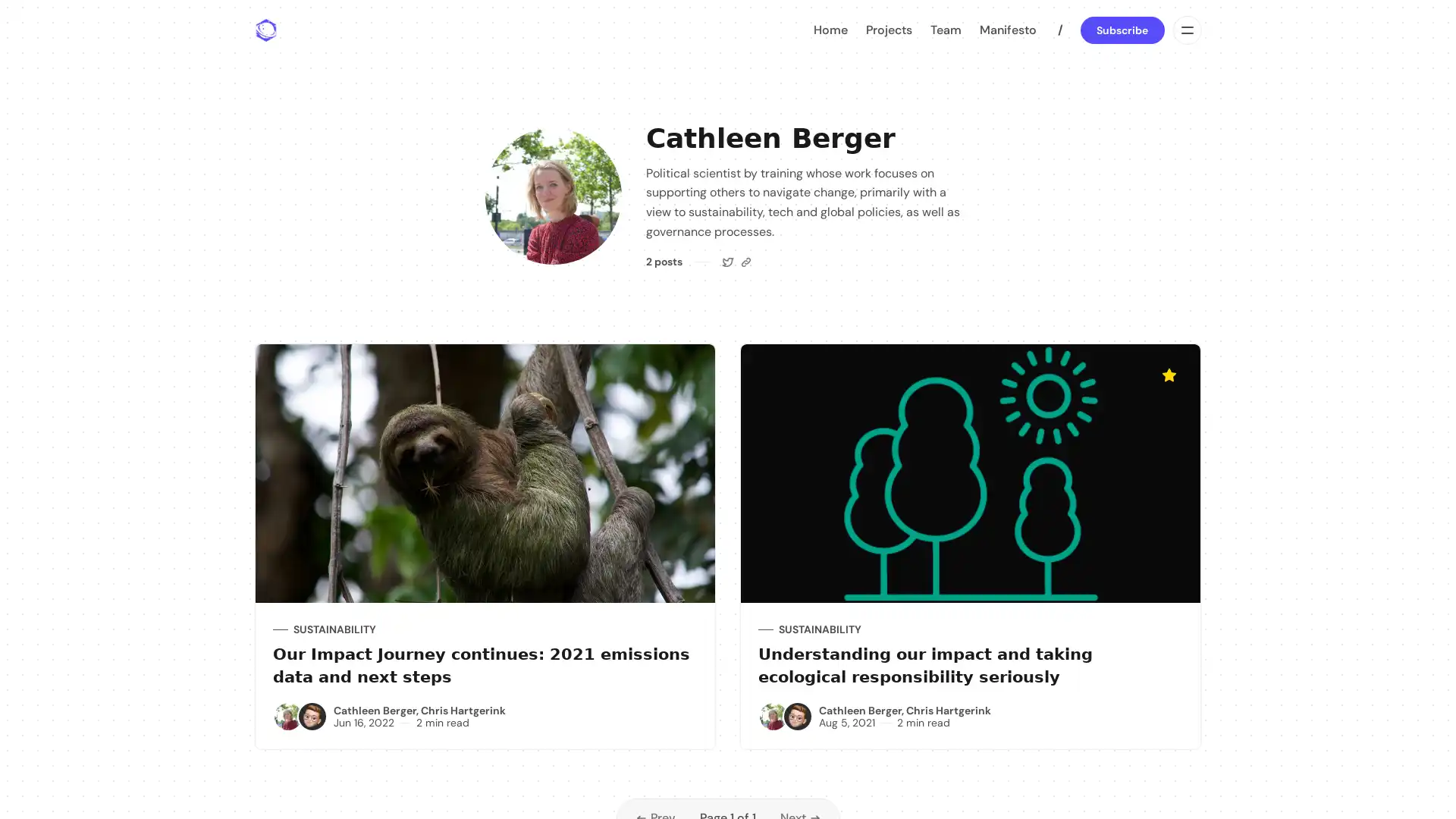 The image size is (1456, 819). I want to click on Menu, so click(1185, 30).